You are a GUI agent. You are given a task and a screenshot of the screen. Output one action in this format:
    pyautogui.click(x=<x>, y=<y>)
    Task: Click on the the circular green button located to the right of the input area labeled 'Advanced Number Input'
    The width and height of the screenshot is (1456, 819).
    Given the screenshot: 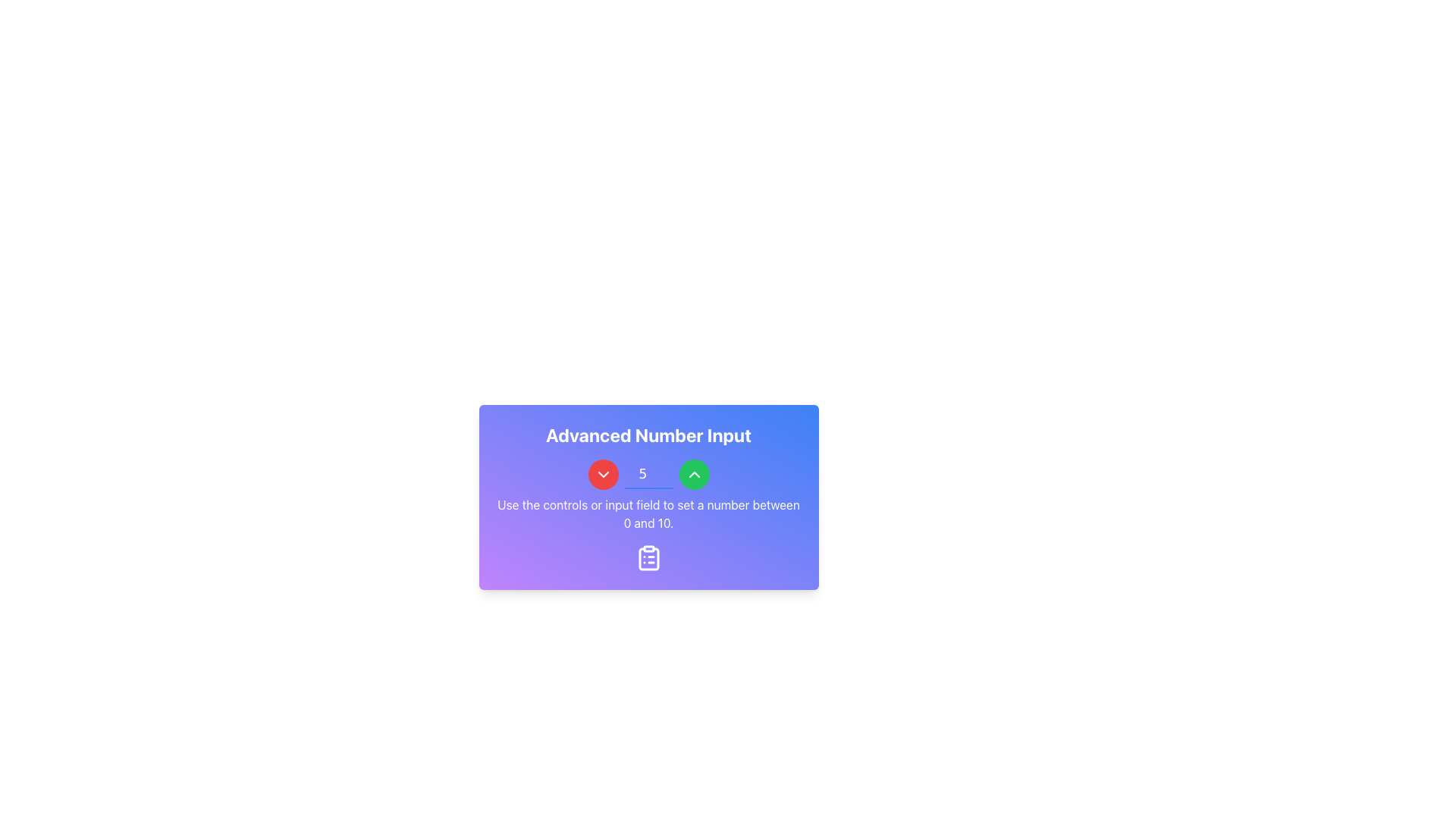 What is the action you would take?
    pyautogui.click(x=693, y=473)
    